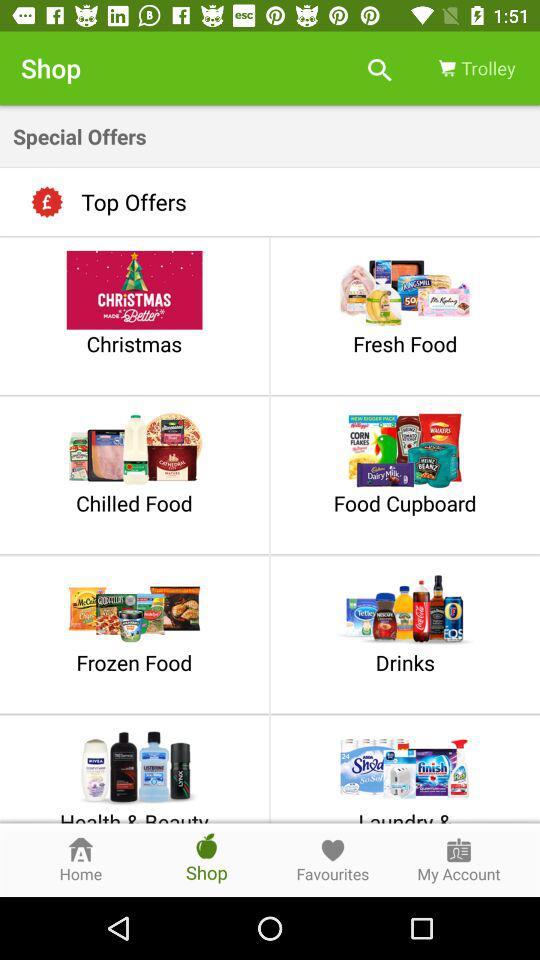 Image resolution: width=540 pixels, height=960 pixels. Describe the element at coordinates (379, 68) in the screenshot. I see `the icon above the special offers icon` at that location.